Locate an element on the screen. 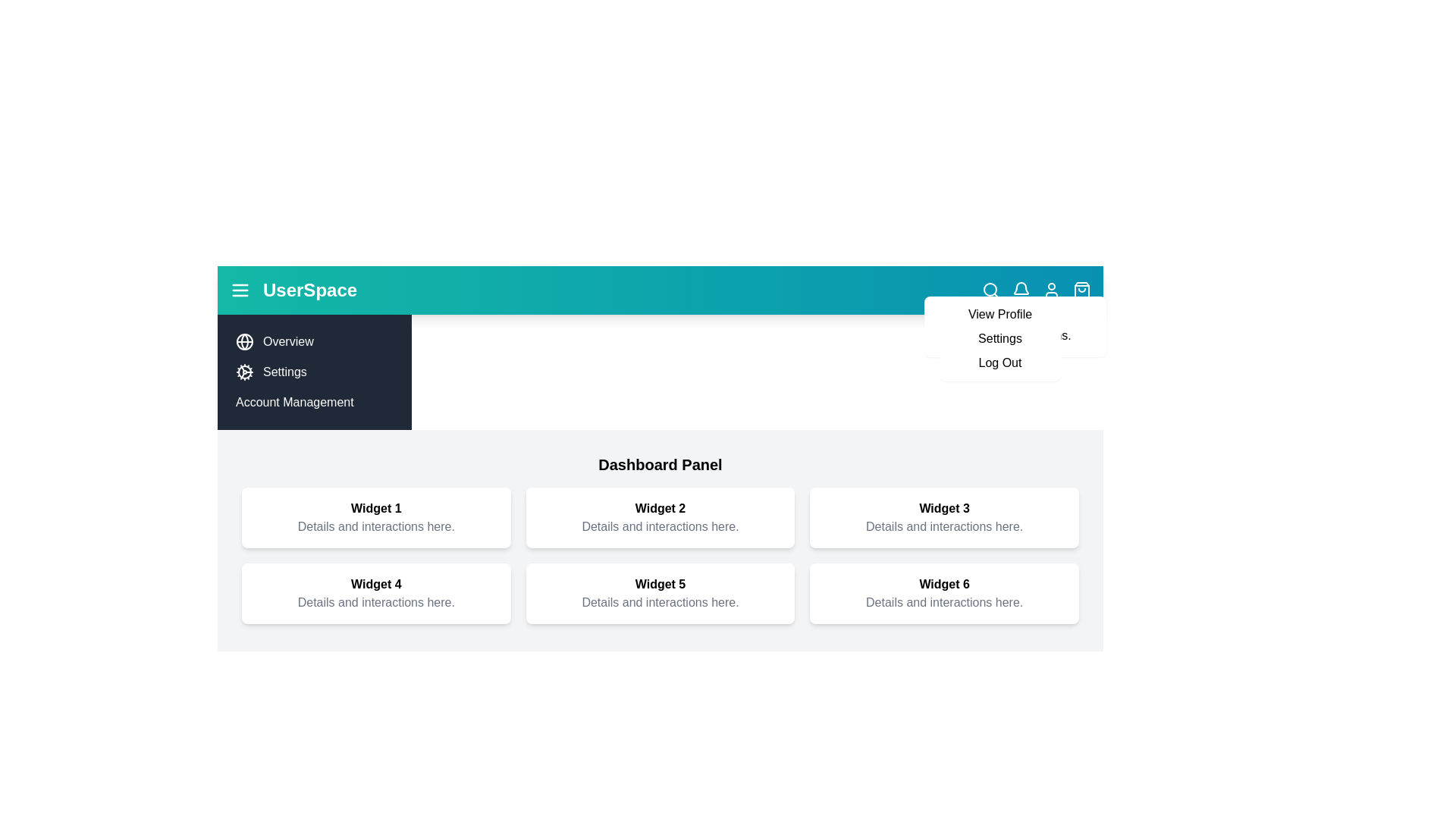 The height and width of the screenshot is (819, 1456). the informational text block that reads 'Details and interactions here.' located below the bold title 'Widget 1' in the white card with rounded corners is located at coordinates (376, 526).